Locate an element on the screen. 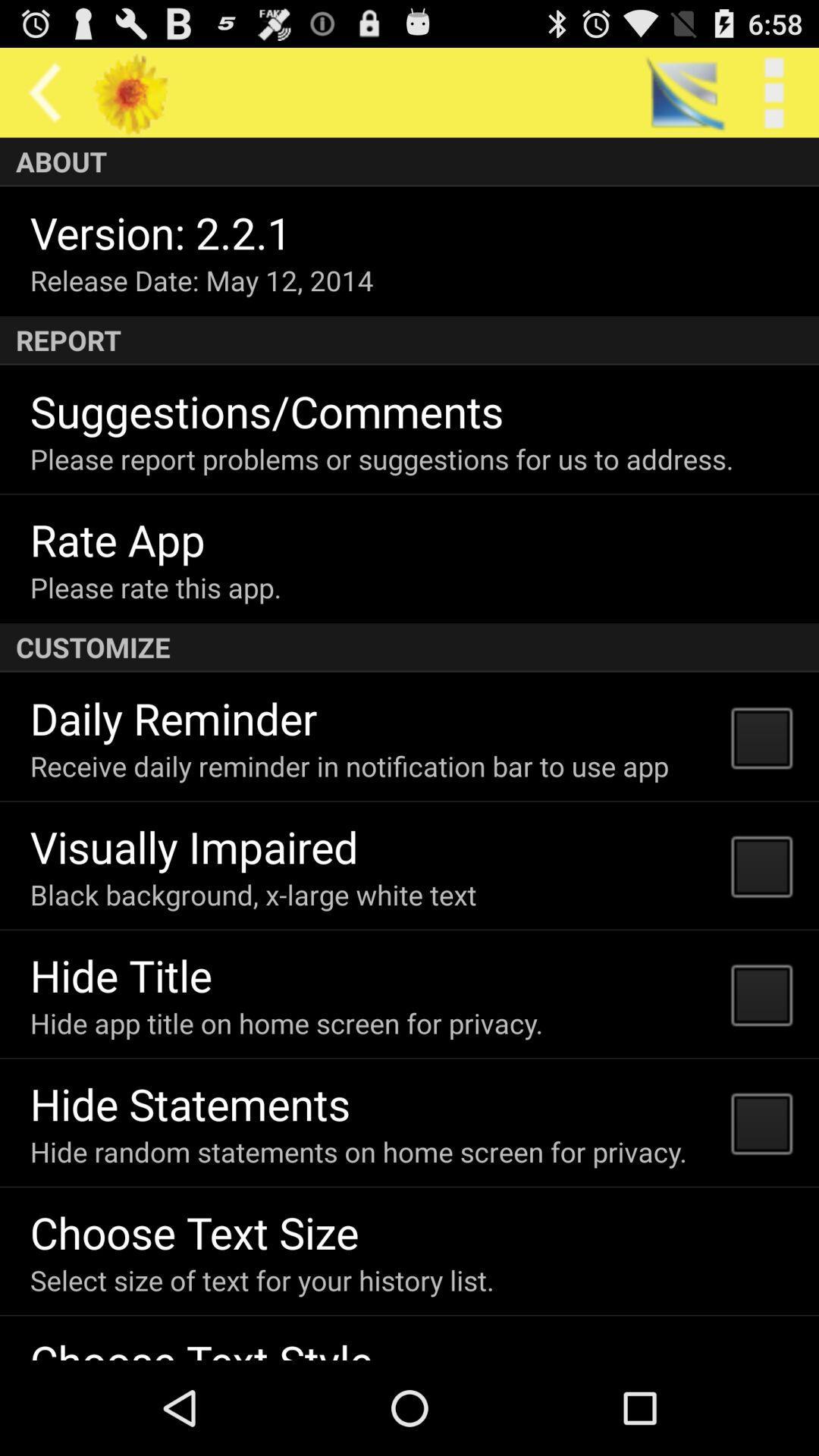 Image resolution: width=819 pixels, height=1456 pixels. the about app is located at coordinates (409, 162).